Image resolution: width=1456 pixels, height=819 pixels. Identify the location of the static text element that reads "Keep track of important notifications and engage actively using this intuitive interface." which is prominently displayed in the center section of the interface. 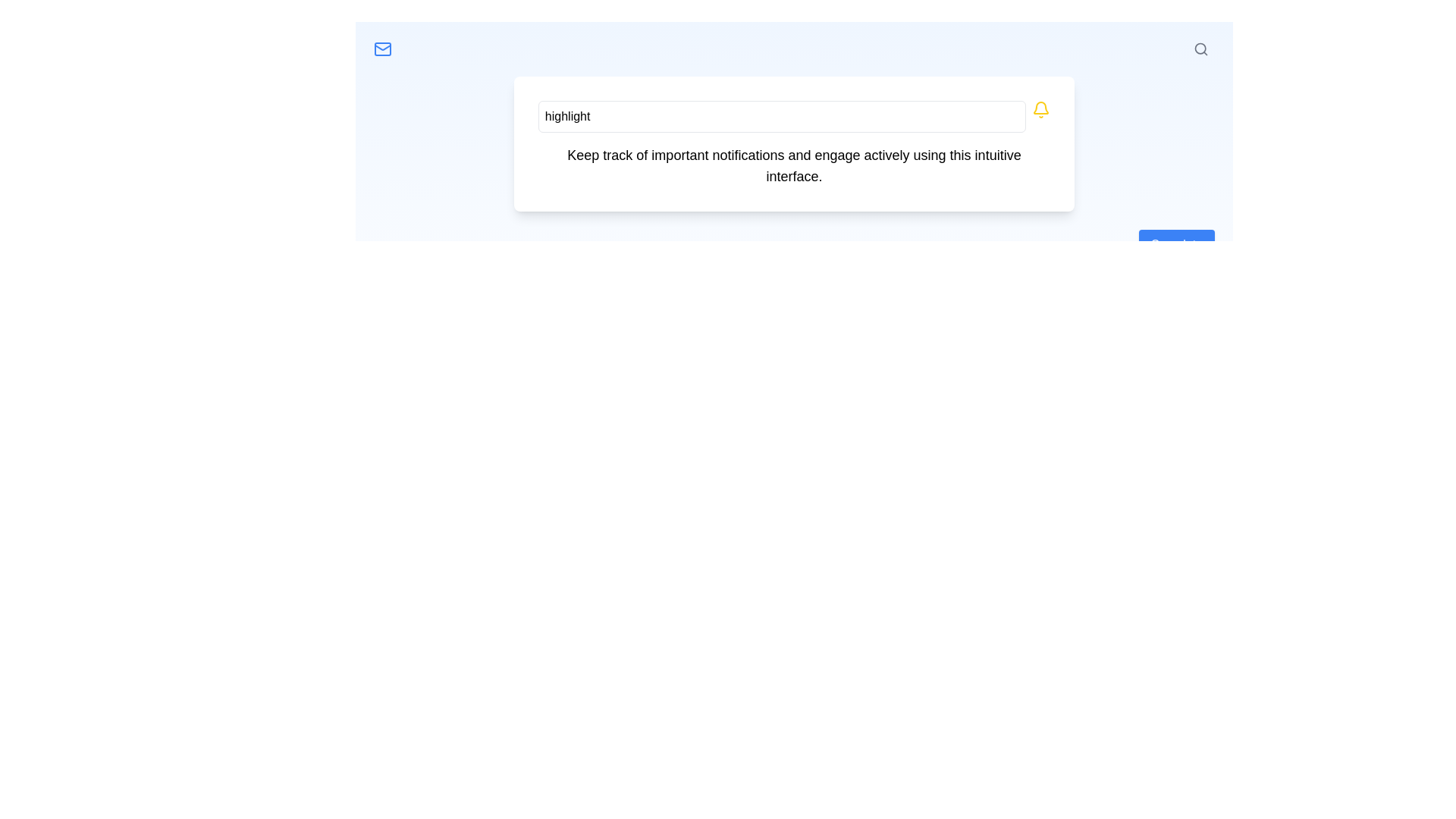
(793, 166).